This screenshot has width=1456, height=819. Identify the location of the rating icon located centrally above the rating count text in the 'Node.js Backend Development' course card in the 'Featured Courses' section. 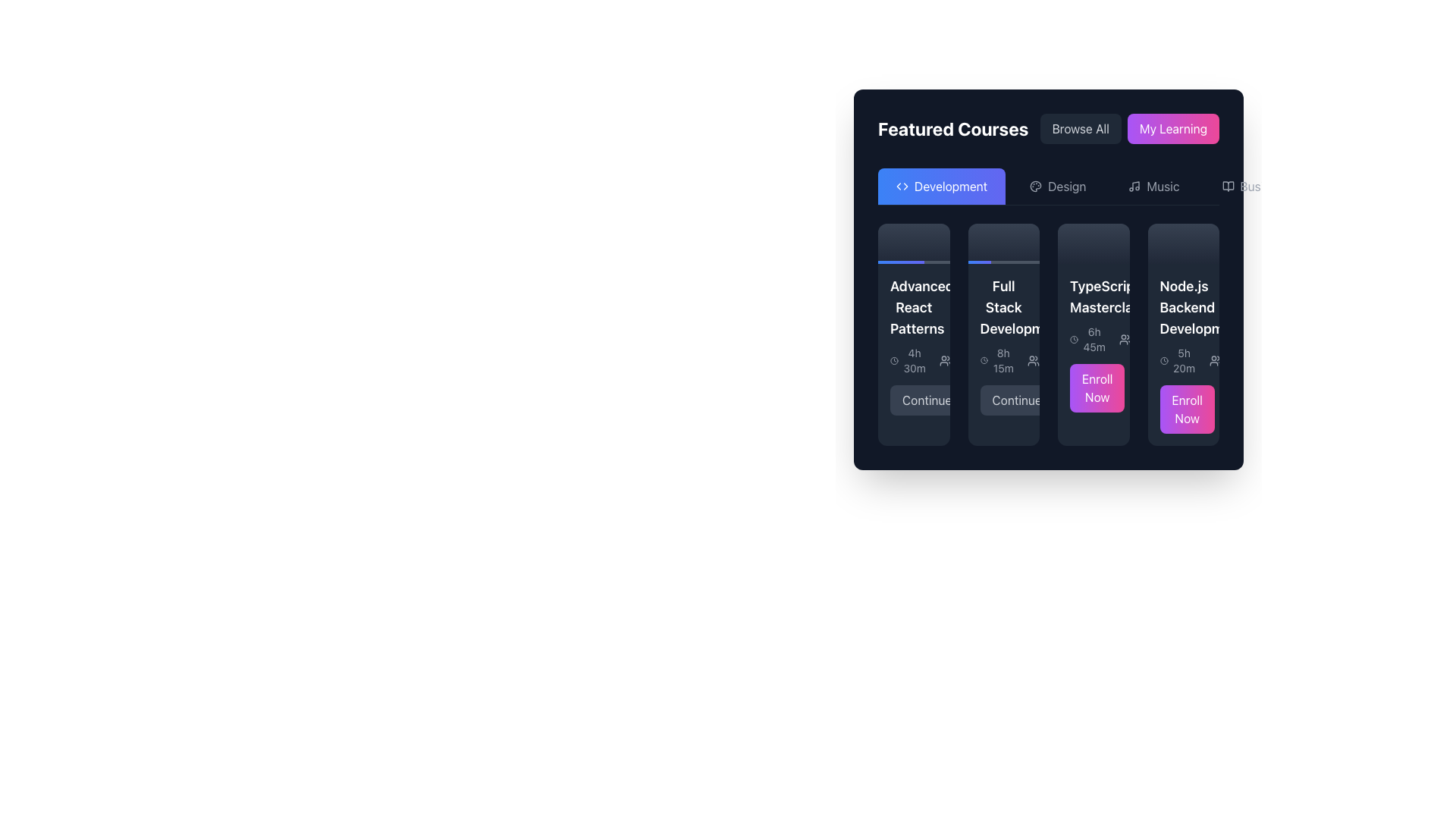
(1178, 338).